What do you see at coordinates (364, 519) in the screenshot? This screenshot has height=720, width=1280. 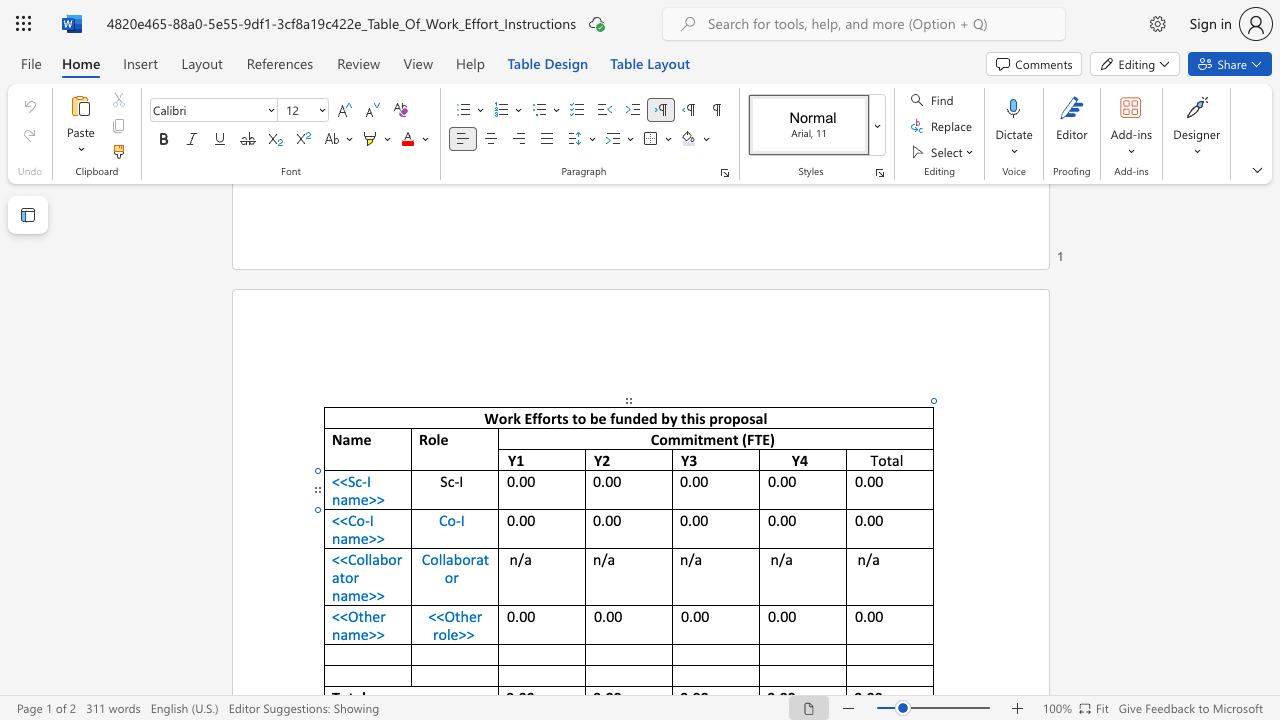 I see `the space between the continuous character "o" and "-" in the text` at bounding box center [364, 519].